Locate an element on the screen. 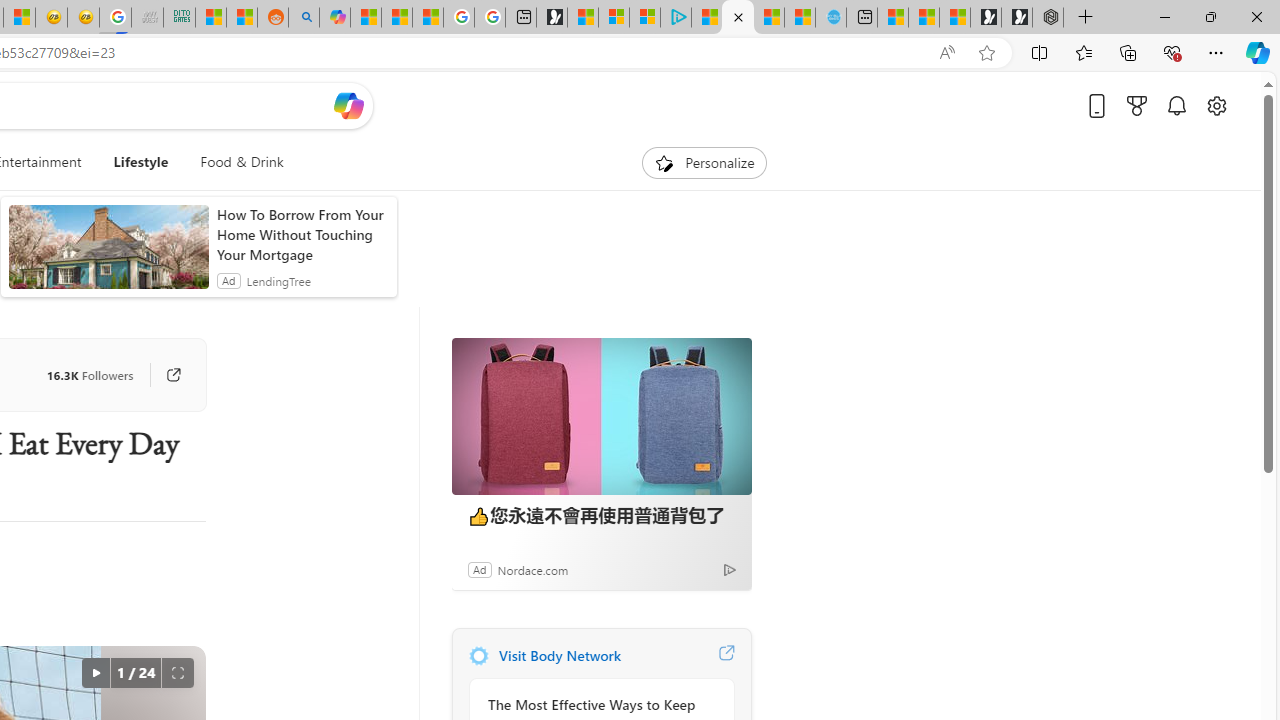 Image resolution: width=1280 pixels, height=720 pixels. 'Go to publisher' is located at coordinates (173, 375).